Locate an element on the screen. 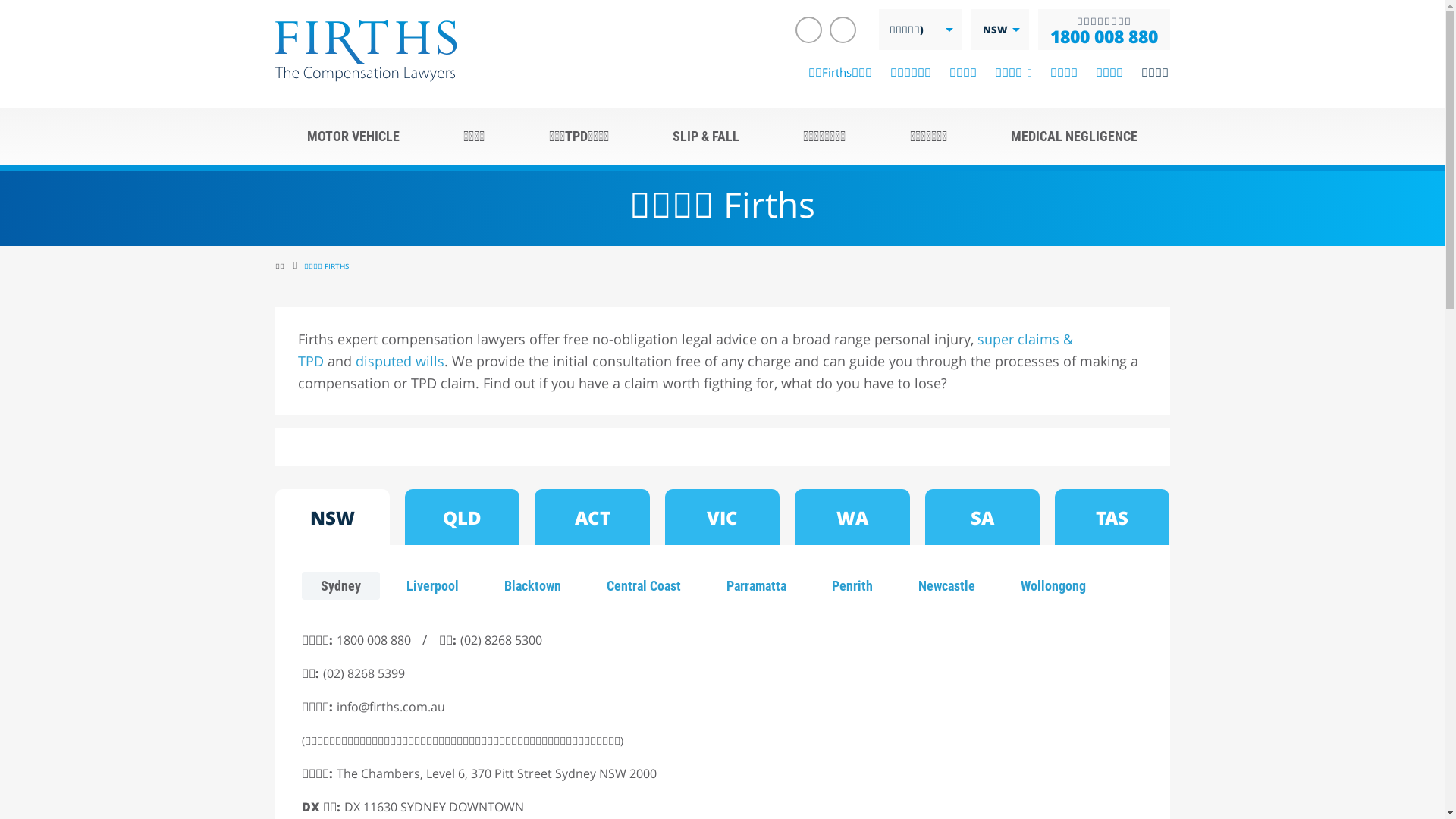 The height and width of the screenshot is (819, 1456). 'VIC' is located at coordinates (721, 516).